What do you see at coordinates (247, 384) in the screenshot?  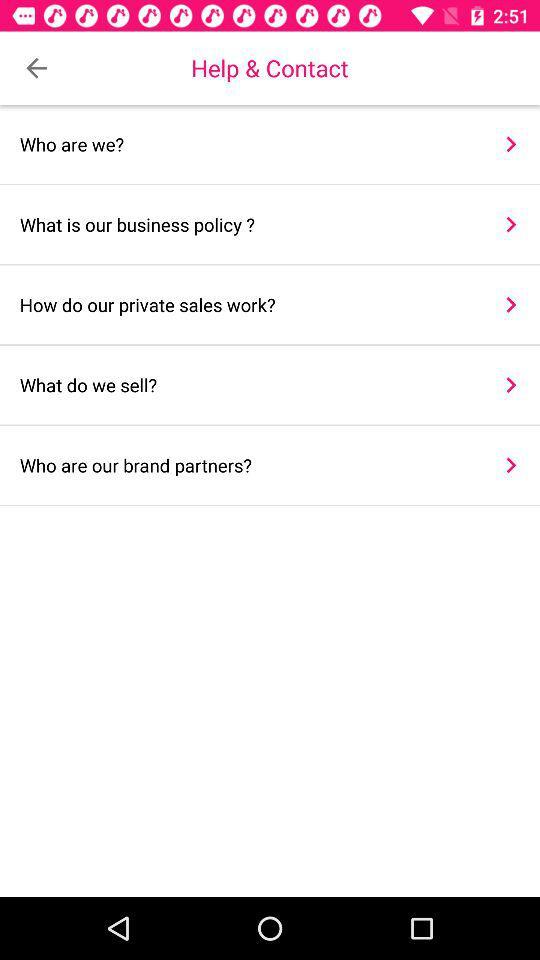 I see `the item below how do our item` at bounding box center [247, 384].